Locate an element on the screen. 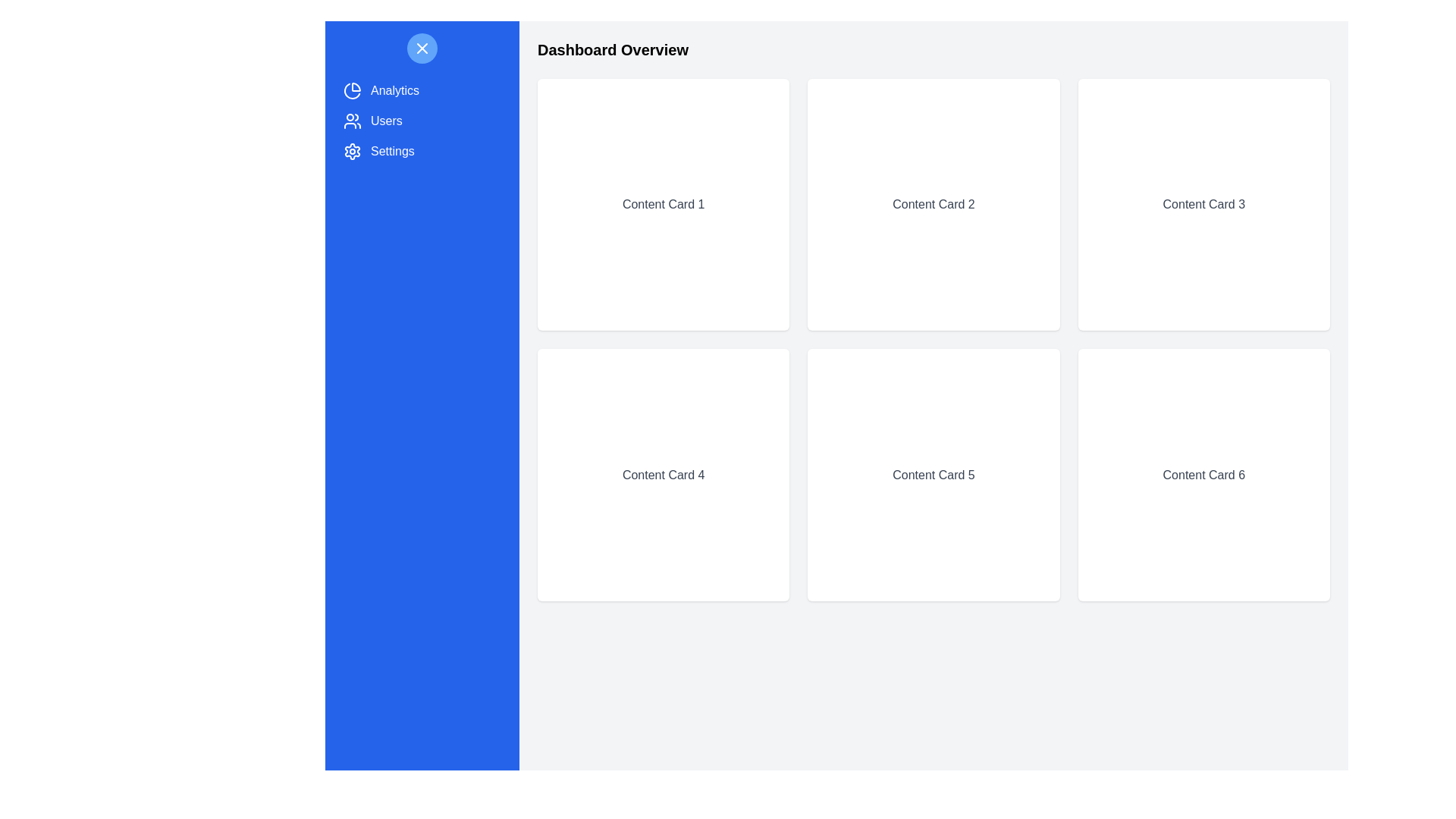 This screenshot has width=1456, height=819. the navigation drawer item labeled 'Users' to observe its hover effect is located at coordinates (422, 120).